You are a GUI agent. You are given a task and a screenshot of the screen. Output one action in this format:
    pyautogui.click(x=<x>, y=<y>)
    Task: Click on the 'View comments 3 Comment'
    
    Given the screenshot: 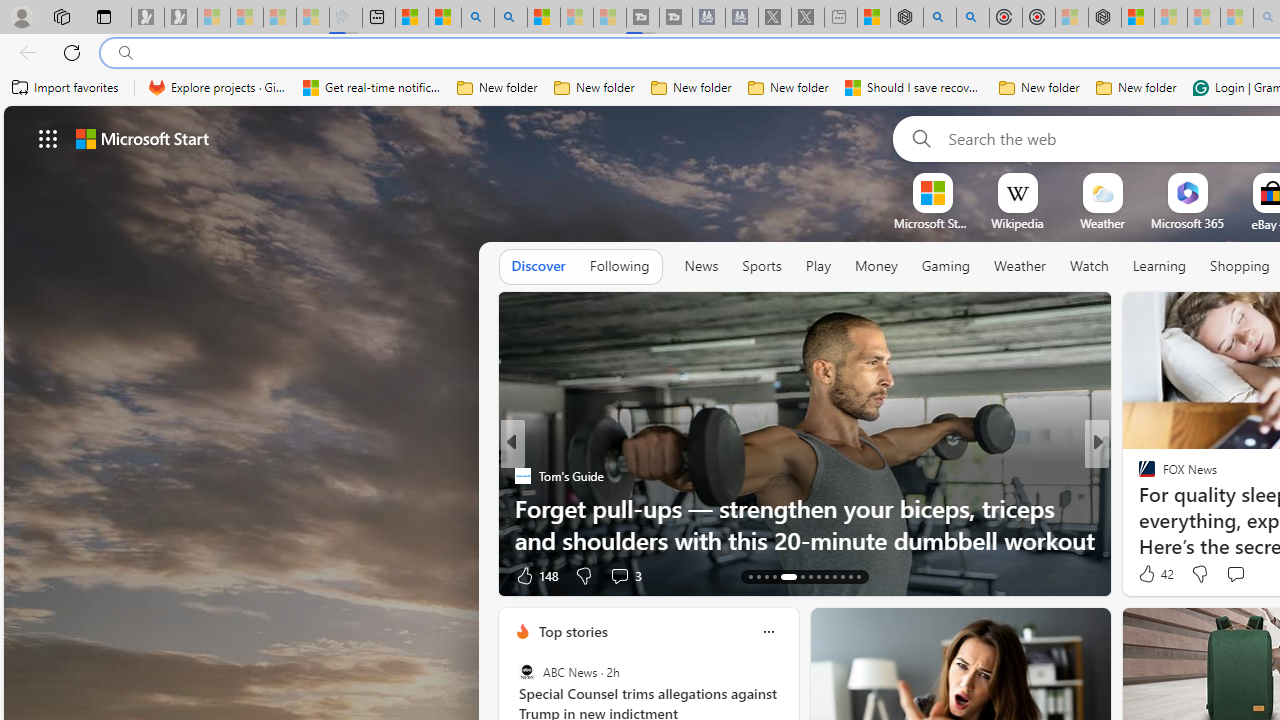 What is the action you would take?
    pyautogui.click(x=618, y=575)
    